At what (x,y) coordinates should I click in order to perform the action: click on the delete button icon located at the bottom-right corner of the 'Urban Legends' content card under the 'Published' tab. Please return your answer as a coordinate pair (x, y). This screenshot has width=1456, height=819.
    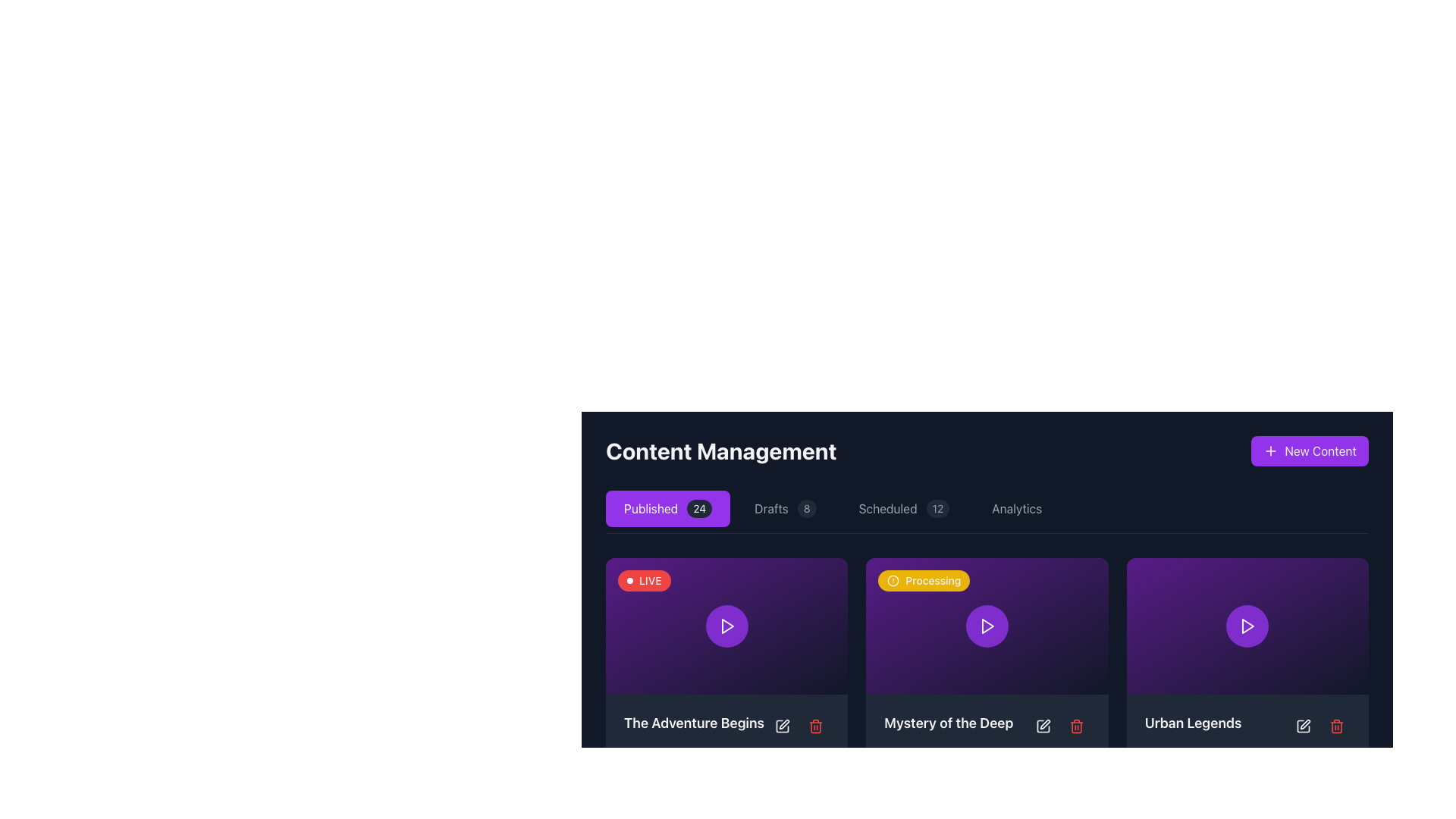
    Looking at the image, I should click on (1336, 724).